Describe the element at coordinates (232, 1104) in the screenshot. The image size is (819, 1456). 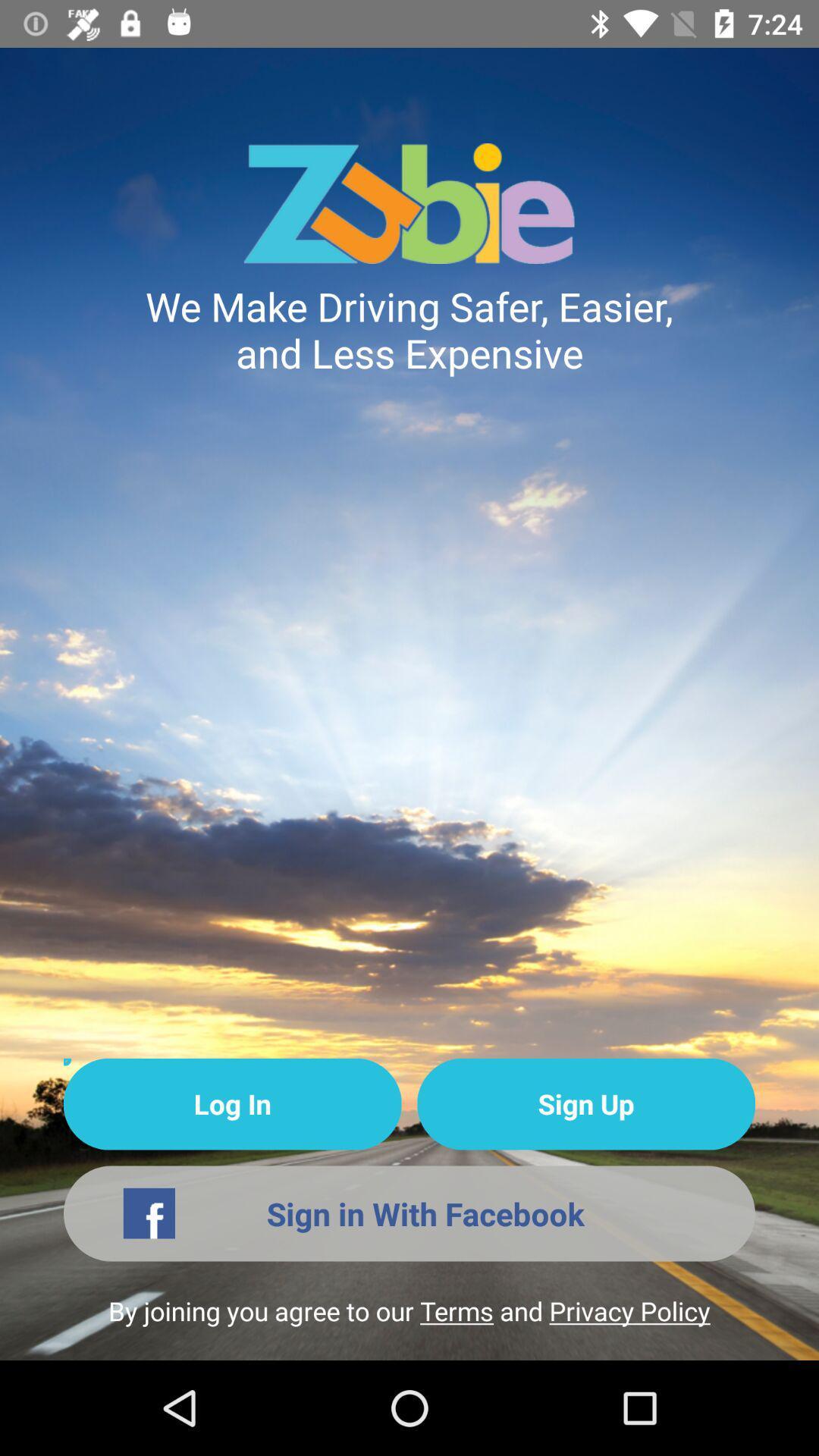
I see `icon next to sign up` at that location.